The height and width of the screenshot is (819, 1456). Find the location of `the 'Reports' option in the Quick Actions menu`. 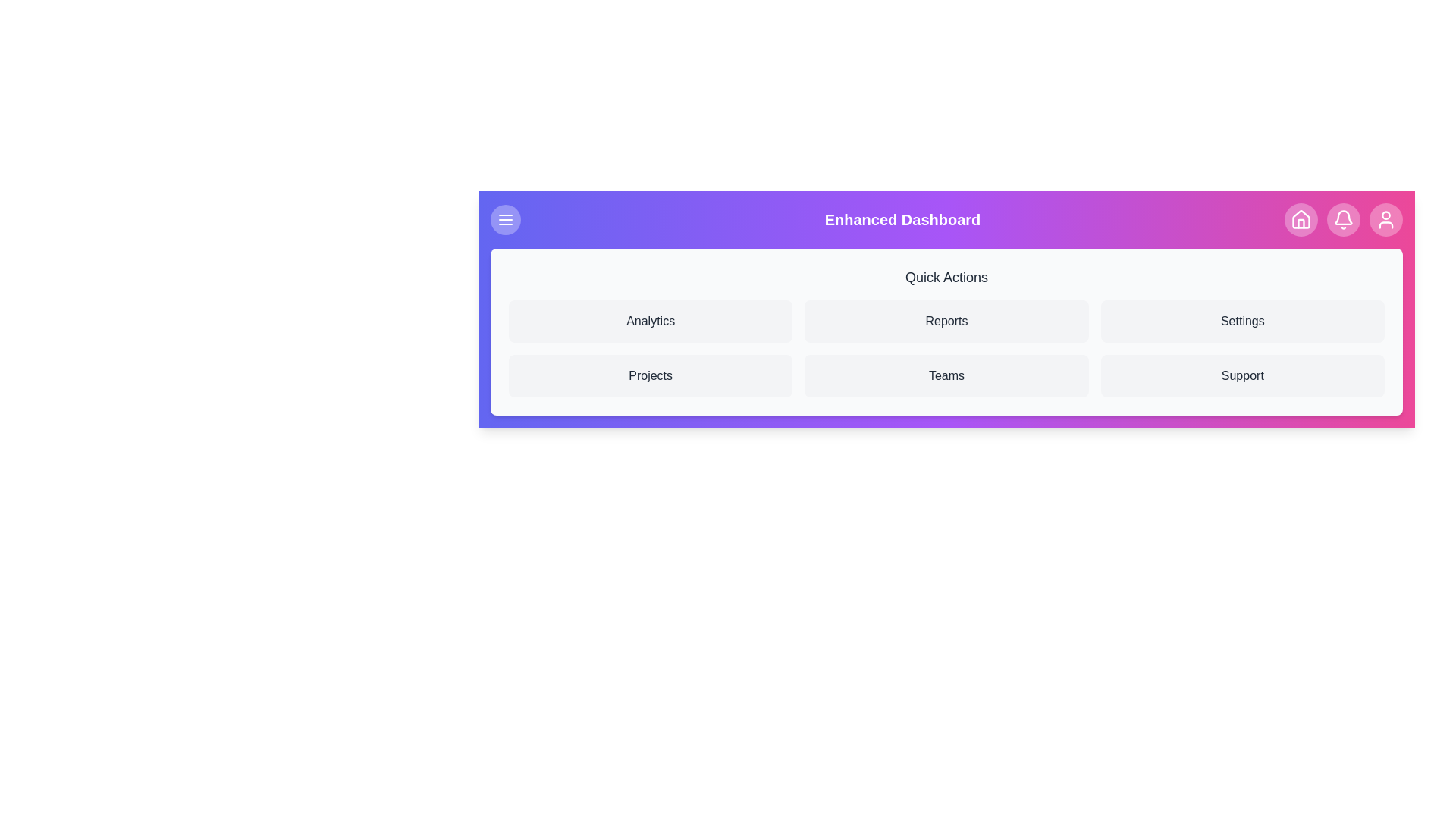

the 'Reports' option in the Quick Actions menu is located at coordinates (946, 321).